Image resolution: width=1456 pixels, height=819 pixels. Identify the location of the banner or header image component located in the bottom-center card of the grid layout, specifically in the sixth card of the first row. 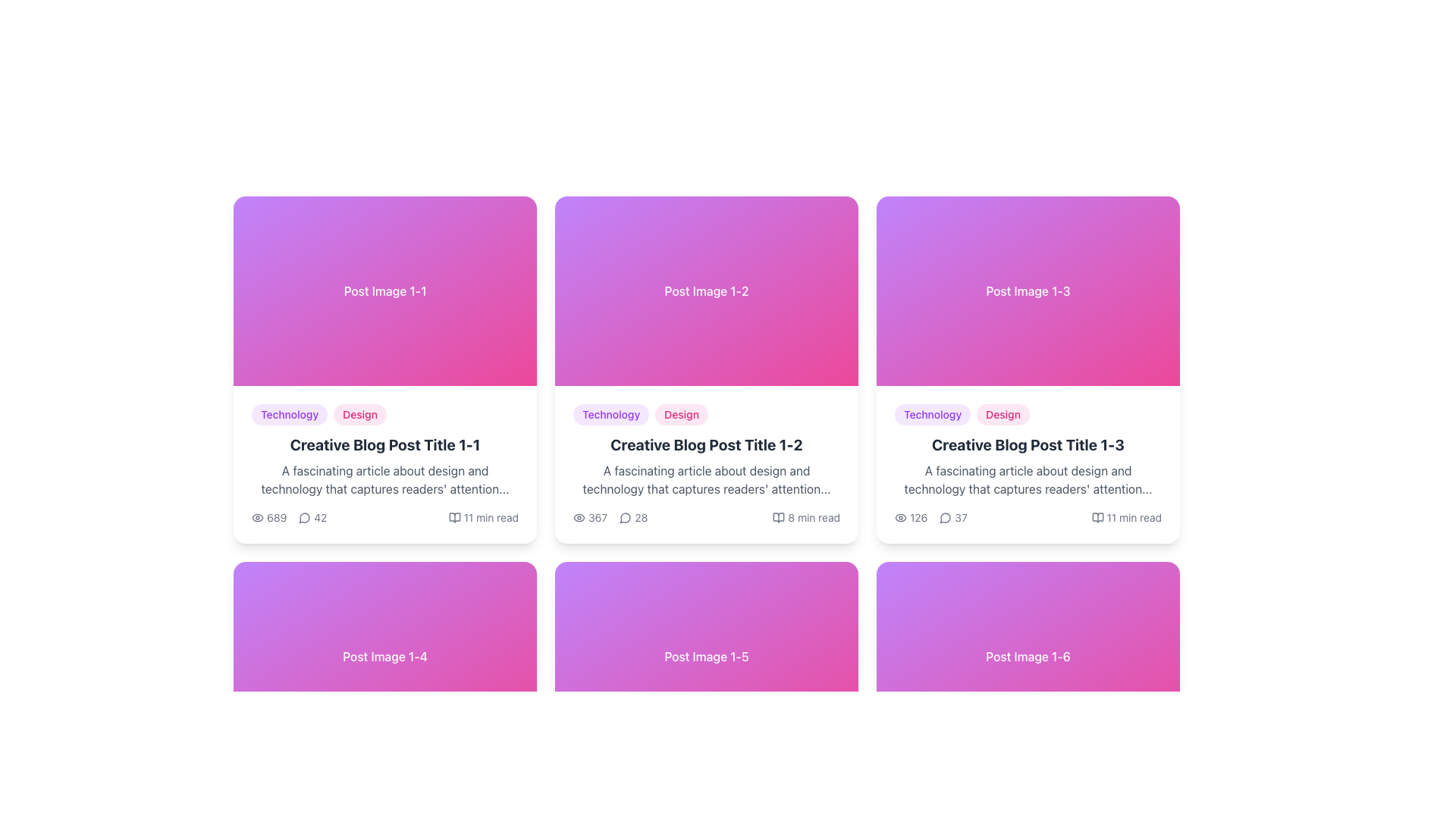
(1028, 656).